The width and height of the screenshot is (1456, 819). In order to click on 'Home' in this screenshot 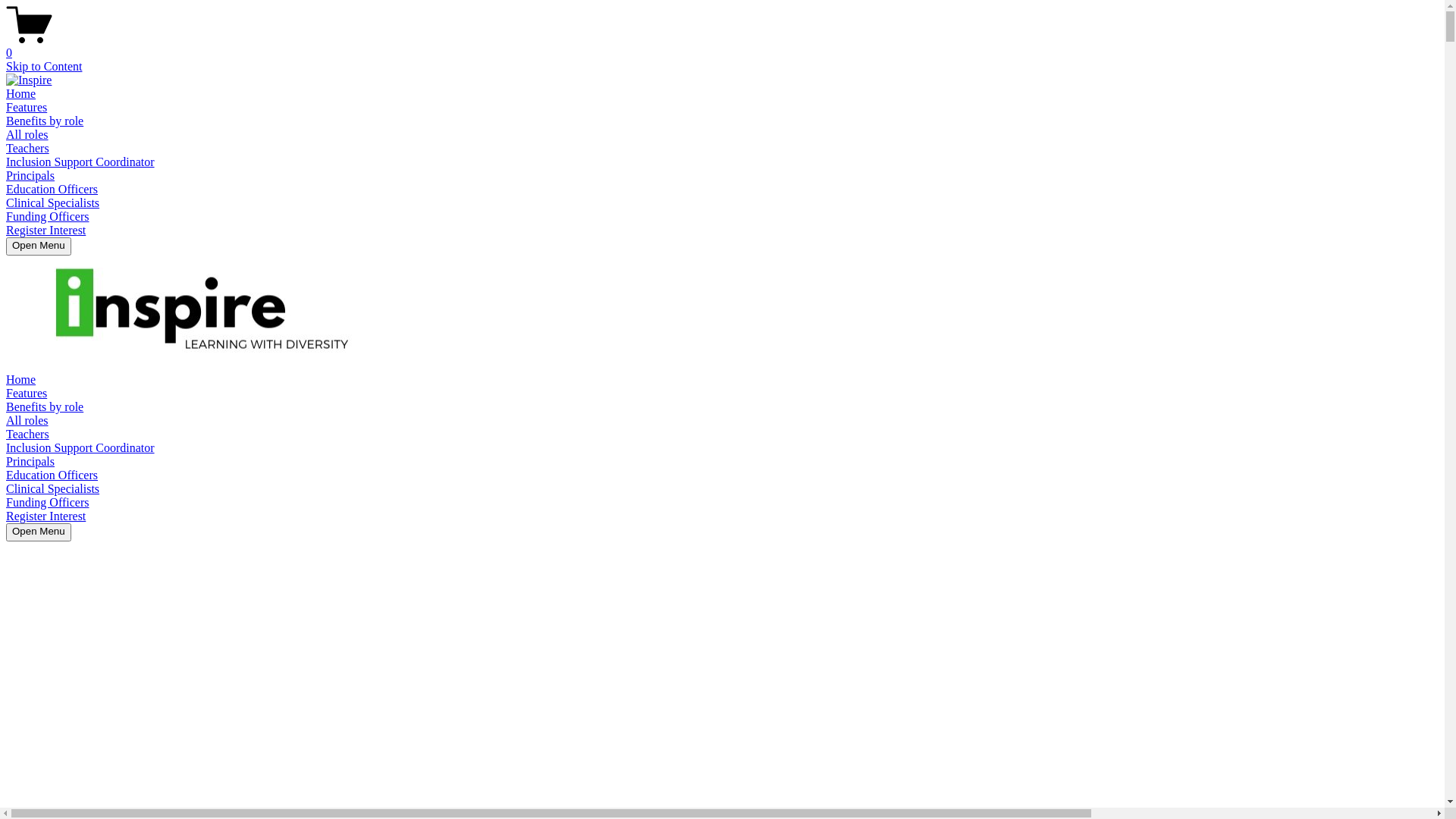, I will do `click(20, 93)`.